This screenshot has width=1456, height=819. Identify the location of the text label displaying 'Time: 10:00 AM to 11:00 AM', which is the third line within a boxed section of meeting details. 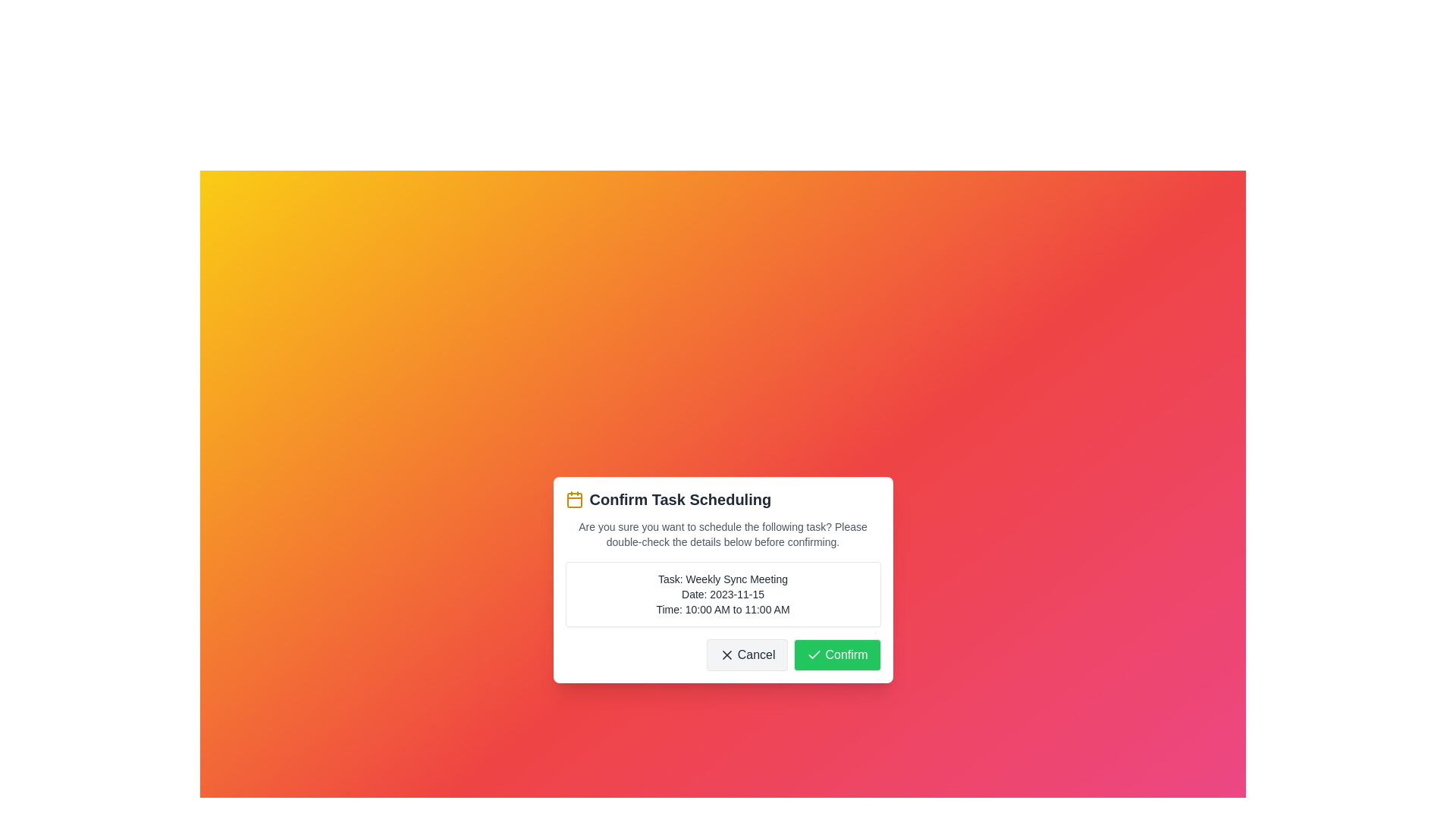
(722, 608).